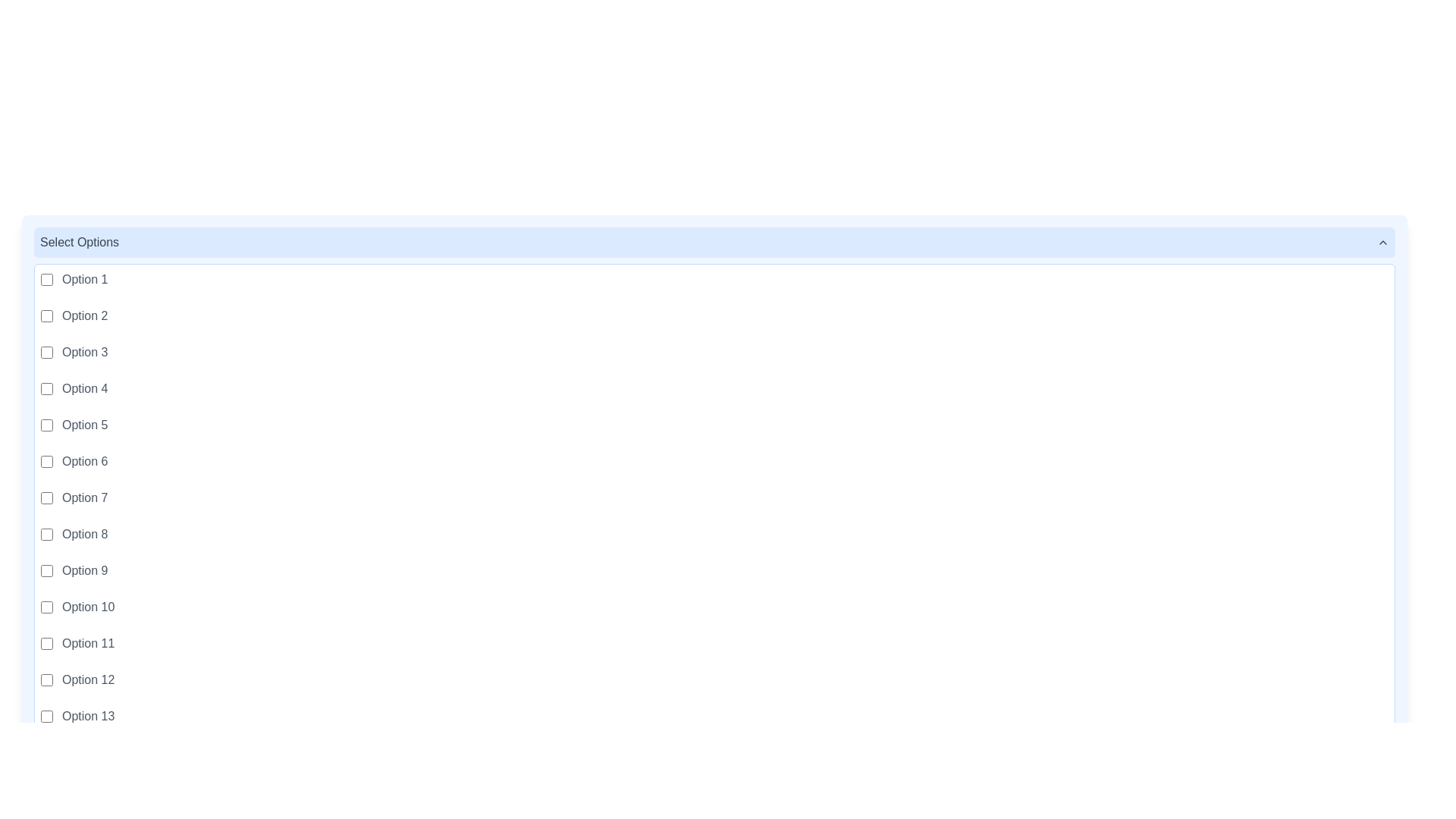  Describe the element at coordinates (84, 570) in the screenshot. I see `the text label displaying 'Option 9' styled in gray color, which is the ninth option in a list of similar elements` at that location.